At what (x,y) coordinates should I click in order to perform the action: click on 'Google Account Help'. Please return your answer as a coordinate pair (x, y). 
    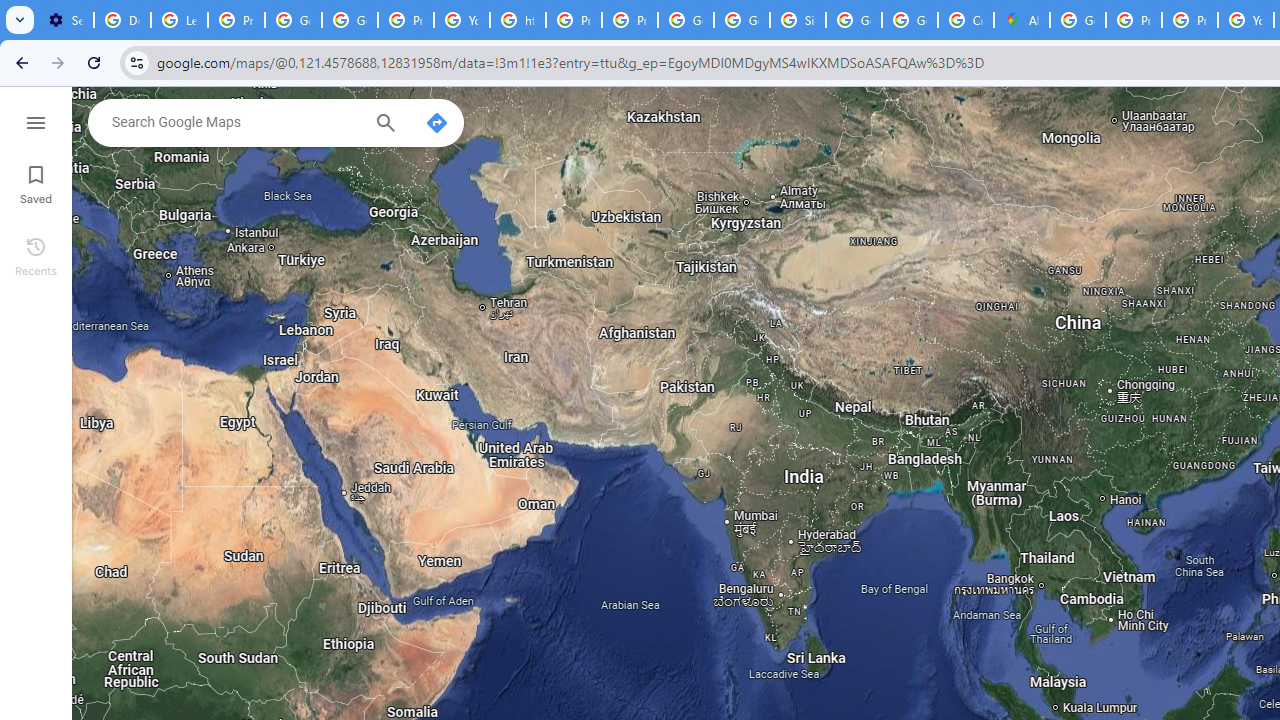
    Looking at the image, I should click on (292, 20).